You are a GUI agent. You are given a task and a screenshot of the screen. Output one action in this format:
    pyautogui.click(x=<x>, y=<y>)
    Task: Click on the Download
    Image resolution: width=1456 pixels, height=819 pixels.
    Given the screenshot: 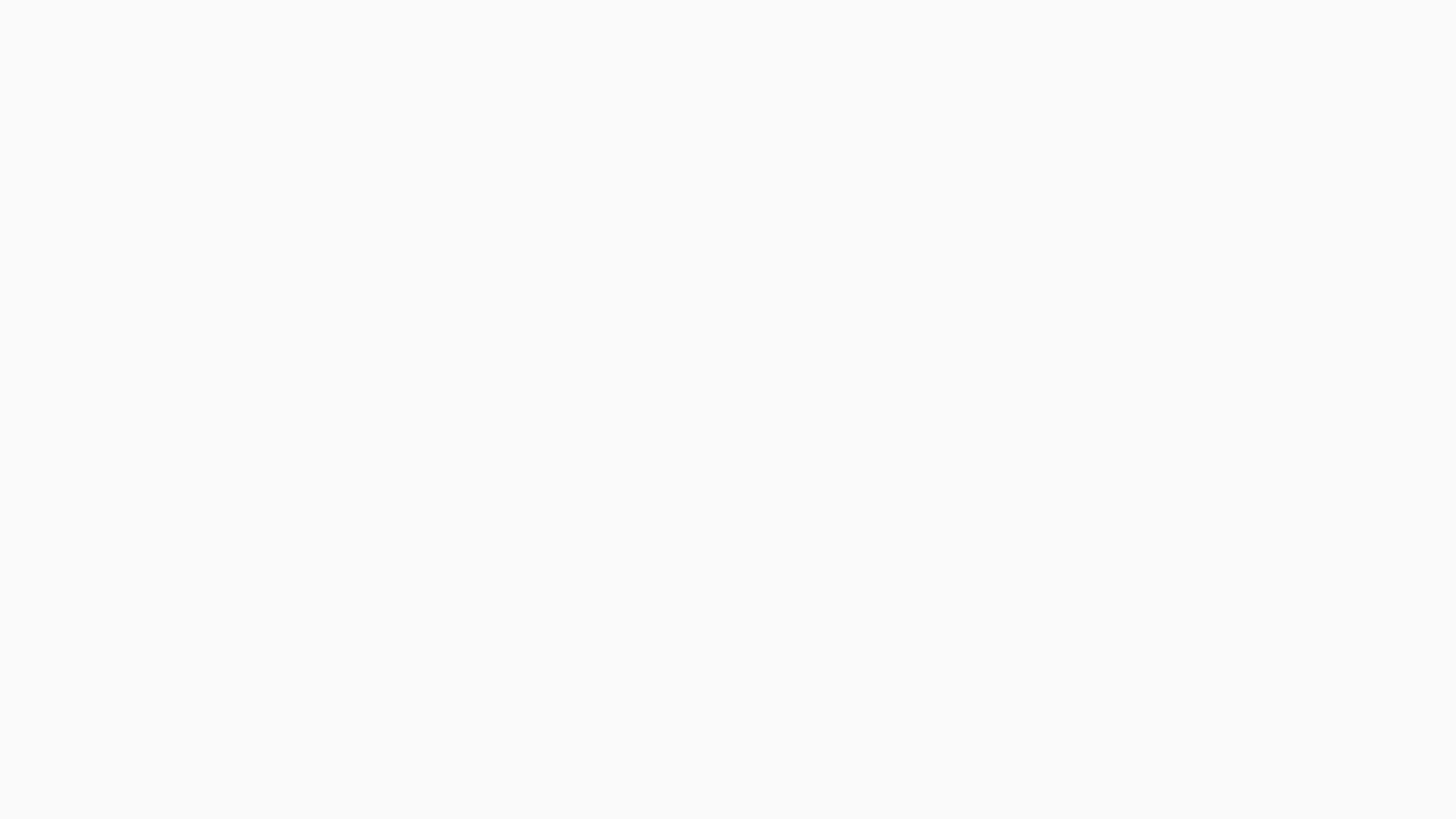 What is the action you would take?
    pyautogui.click(x=127, y=199)
    